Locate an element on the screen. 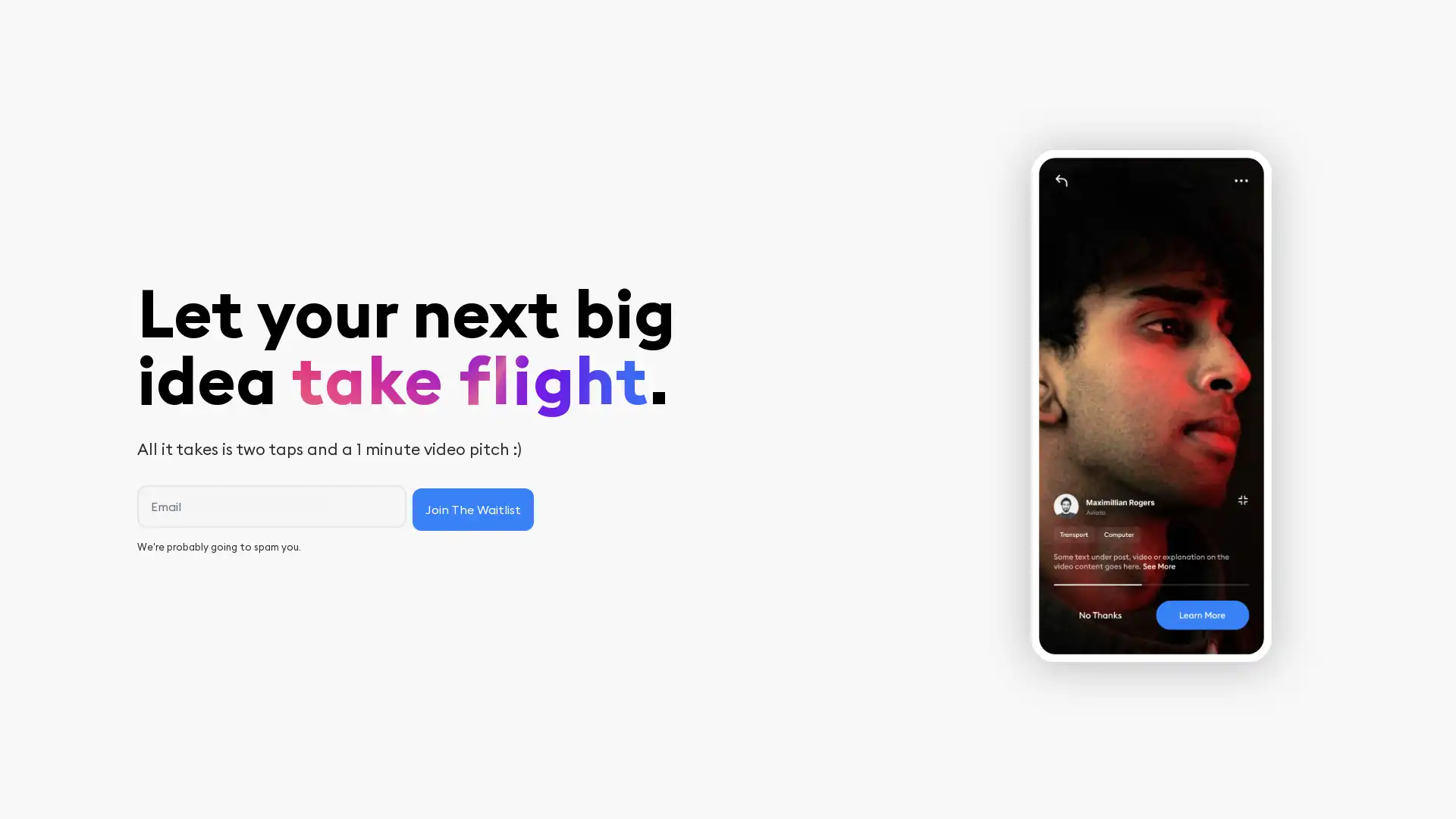 The height and width of the screenshot is (819, 1456). Join The Waitlist is located at coordinates (479, 506).